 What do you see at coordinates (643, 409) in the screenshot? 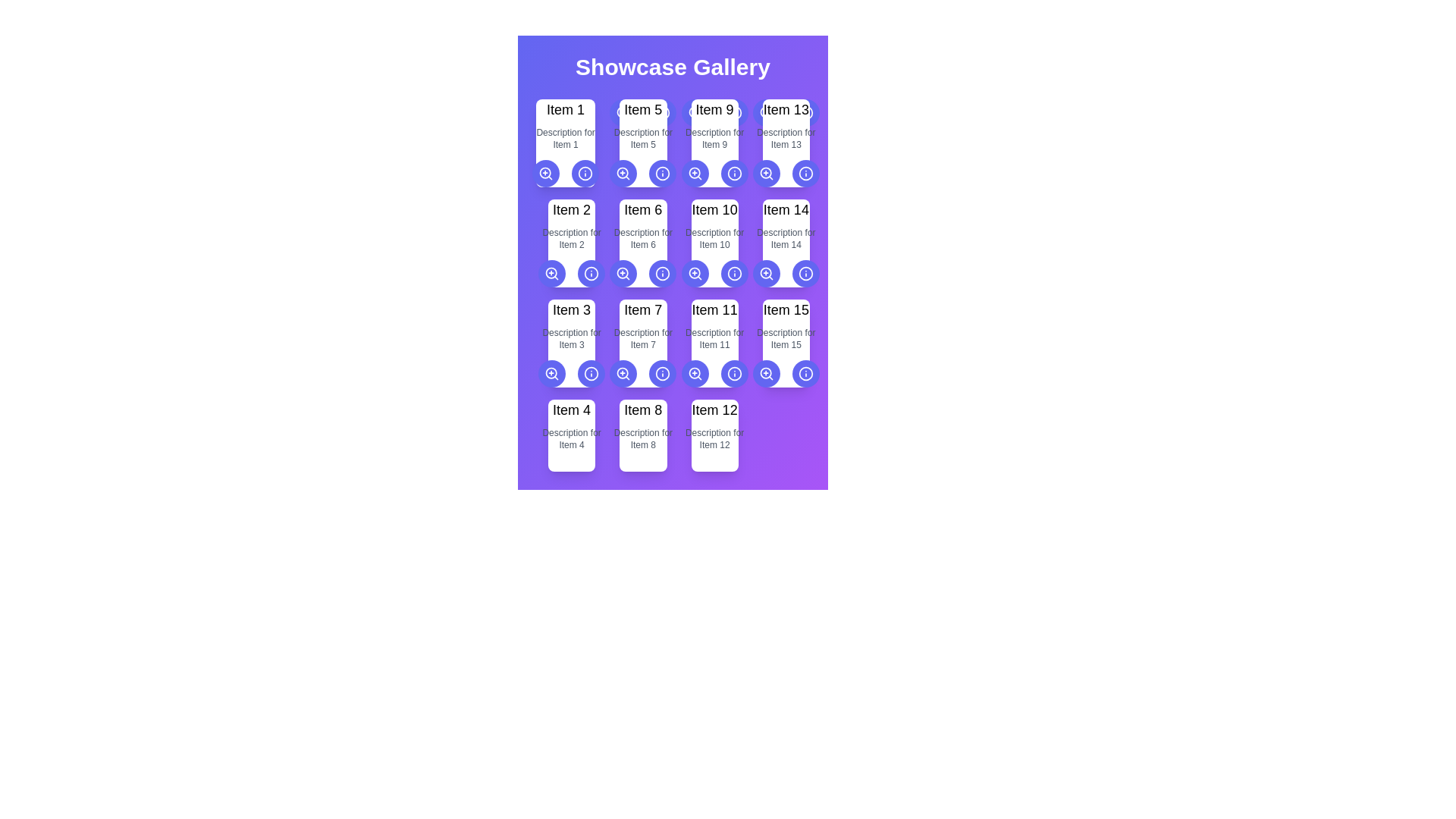
I see `the text label located in the fourth row and second column of the grid layout` at bounding box center [643, 409].